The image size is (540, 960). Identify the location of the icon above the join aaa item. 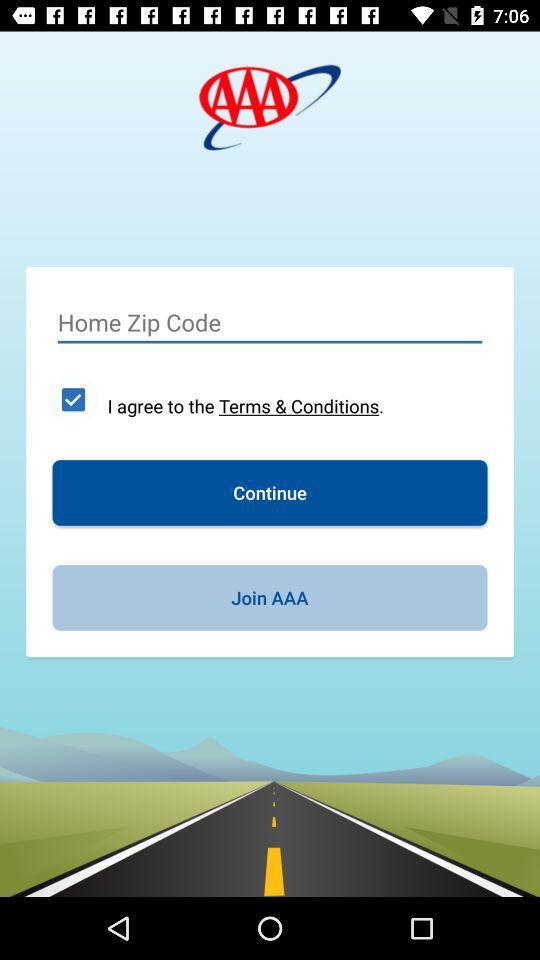
(270, 491).